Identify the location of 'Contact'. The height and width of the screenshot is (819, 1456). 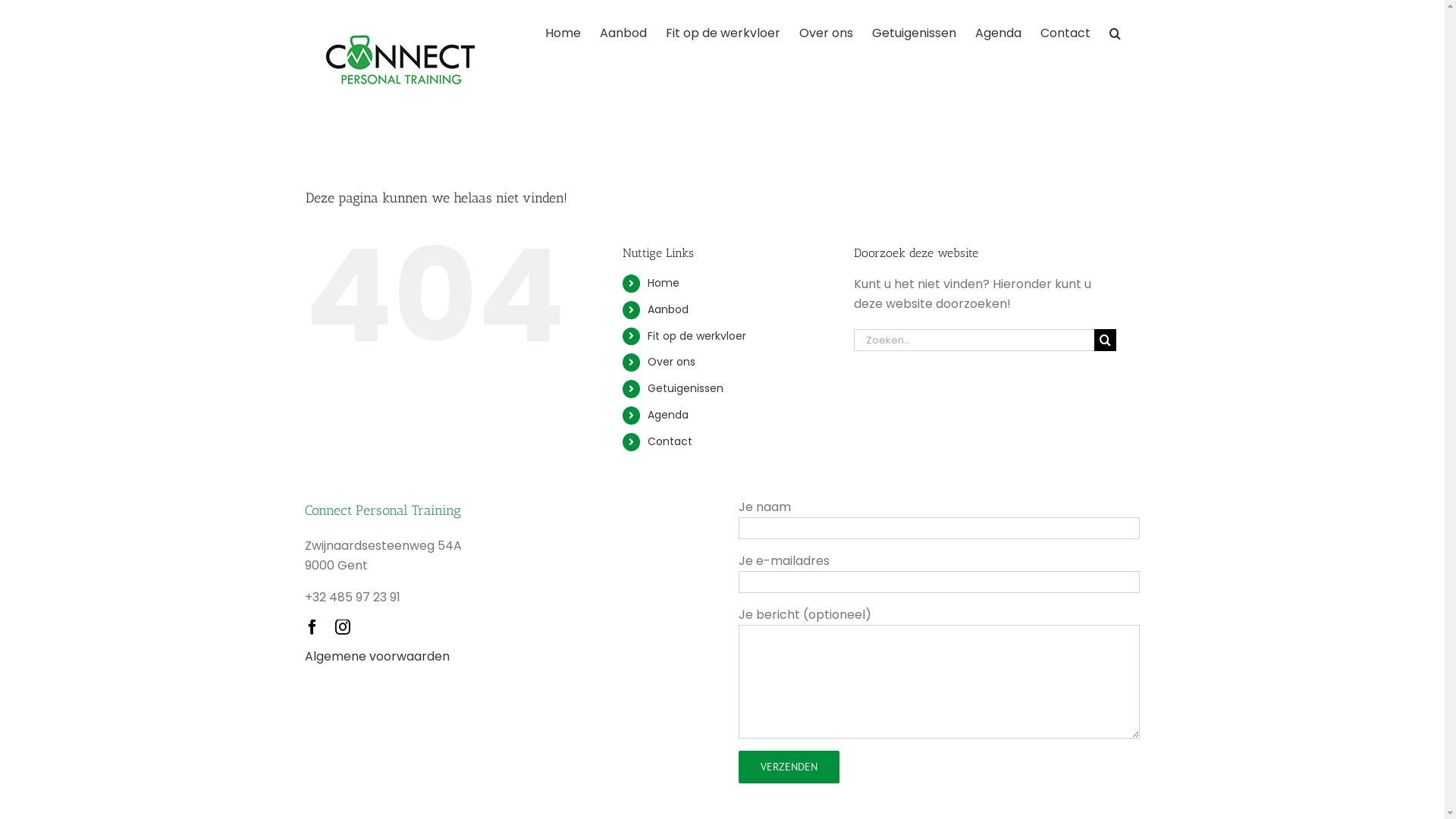
(648, 441).